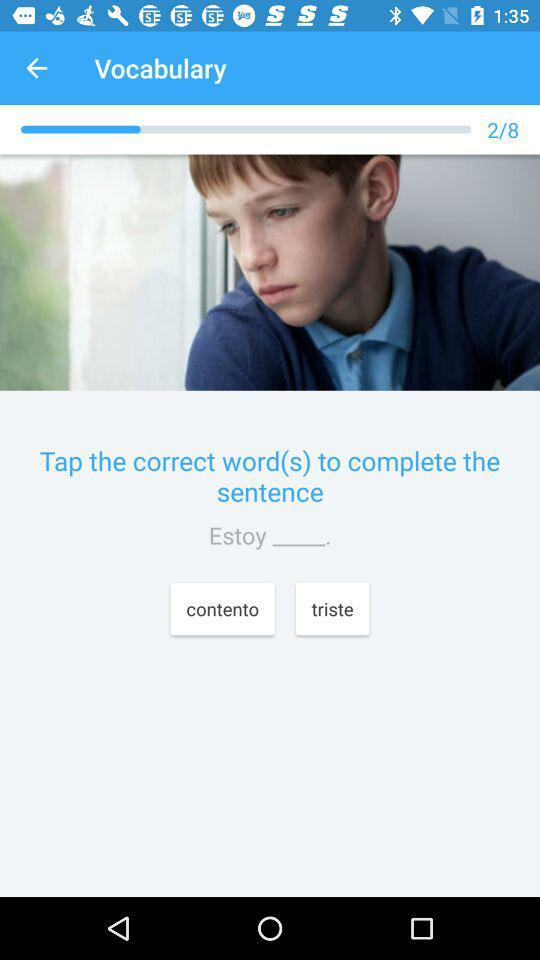 The image size is (540, 960). What do you see at coordinates (36, 68) in the screenshot?
I see `app to the left of vocabulary item` at bounding box center [36, 68].